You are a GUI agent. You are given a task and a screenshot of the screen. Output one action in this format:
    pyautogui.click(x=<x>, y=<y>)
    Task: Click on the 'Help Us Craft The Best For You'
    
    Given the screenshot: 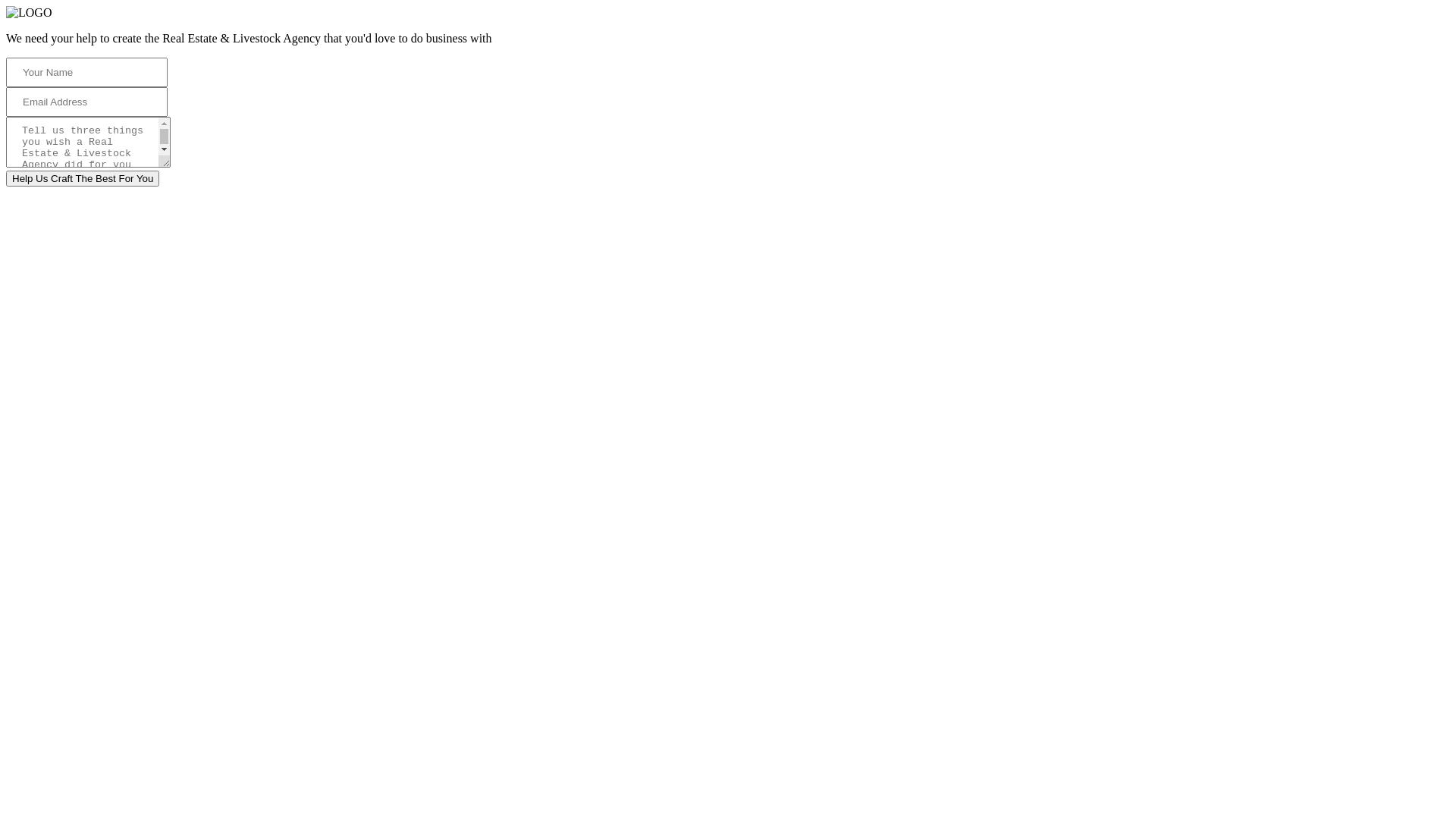 What is the action you would take?
    pyautogui.click(x=82, y=177)
    